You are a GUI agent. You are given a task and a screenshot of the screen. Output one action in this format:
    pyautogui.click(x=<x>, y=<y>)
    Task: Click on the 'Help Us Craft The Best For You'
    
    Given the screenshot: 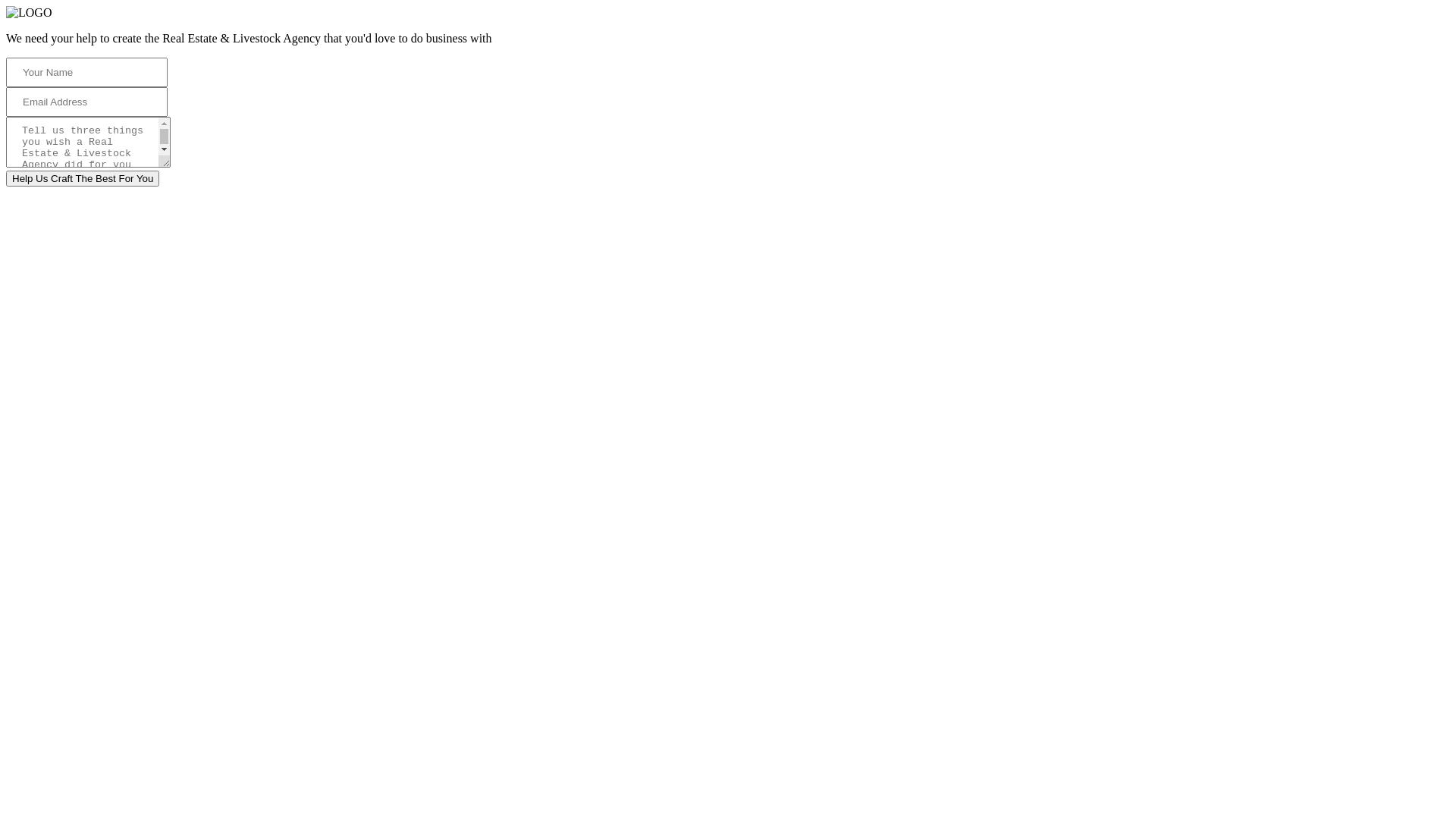 What is the action you would take?
    pyautogui.click(x=82, y=177)
    